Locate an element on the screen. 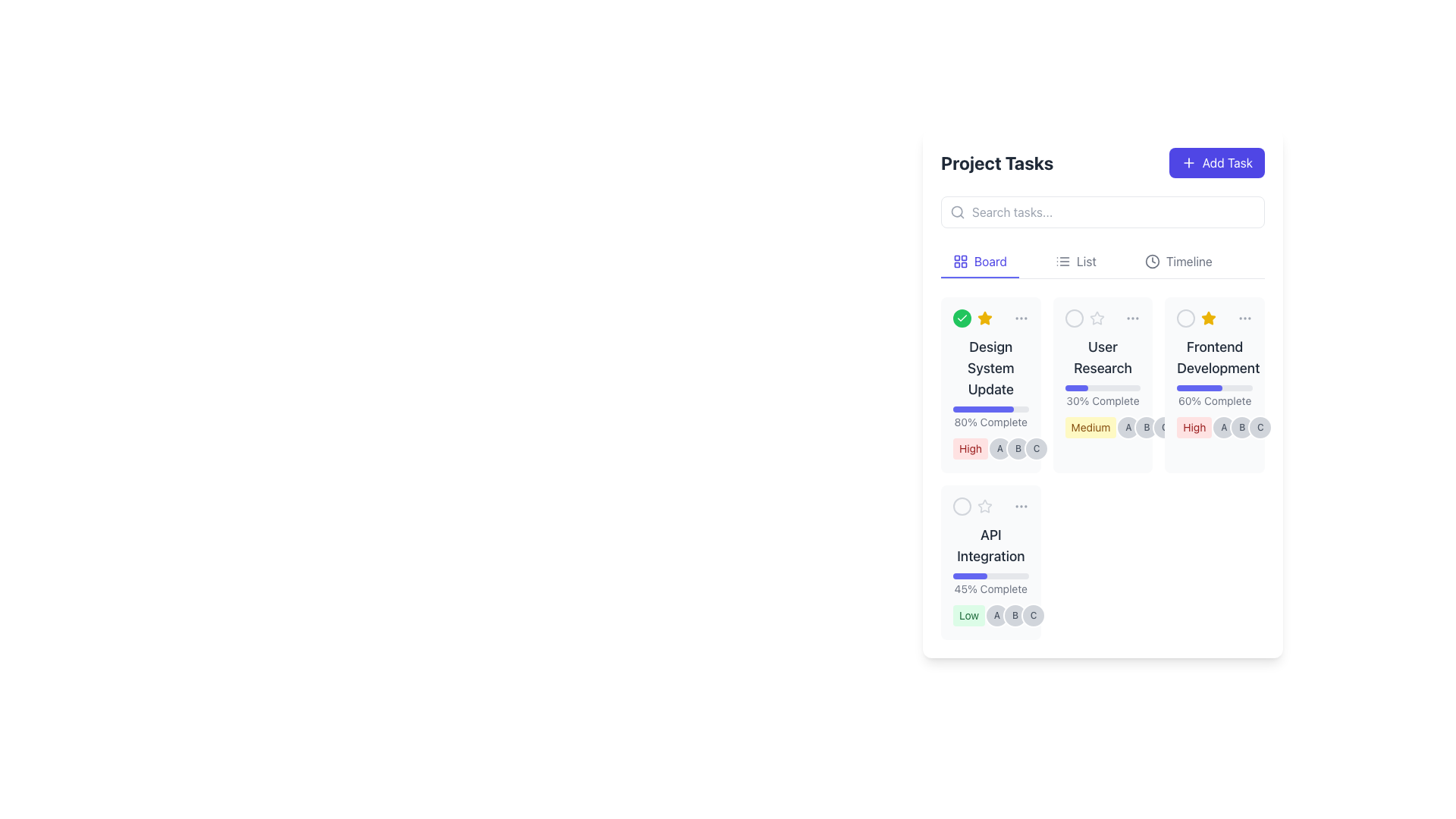 The width and height of the screenshot is (1456, 819). the 'List' view option in the interactive navigation tab is located at coordinates (1103, 262).